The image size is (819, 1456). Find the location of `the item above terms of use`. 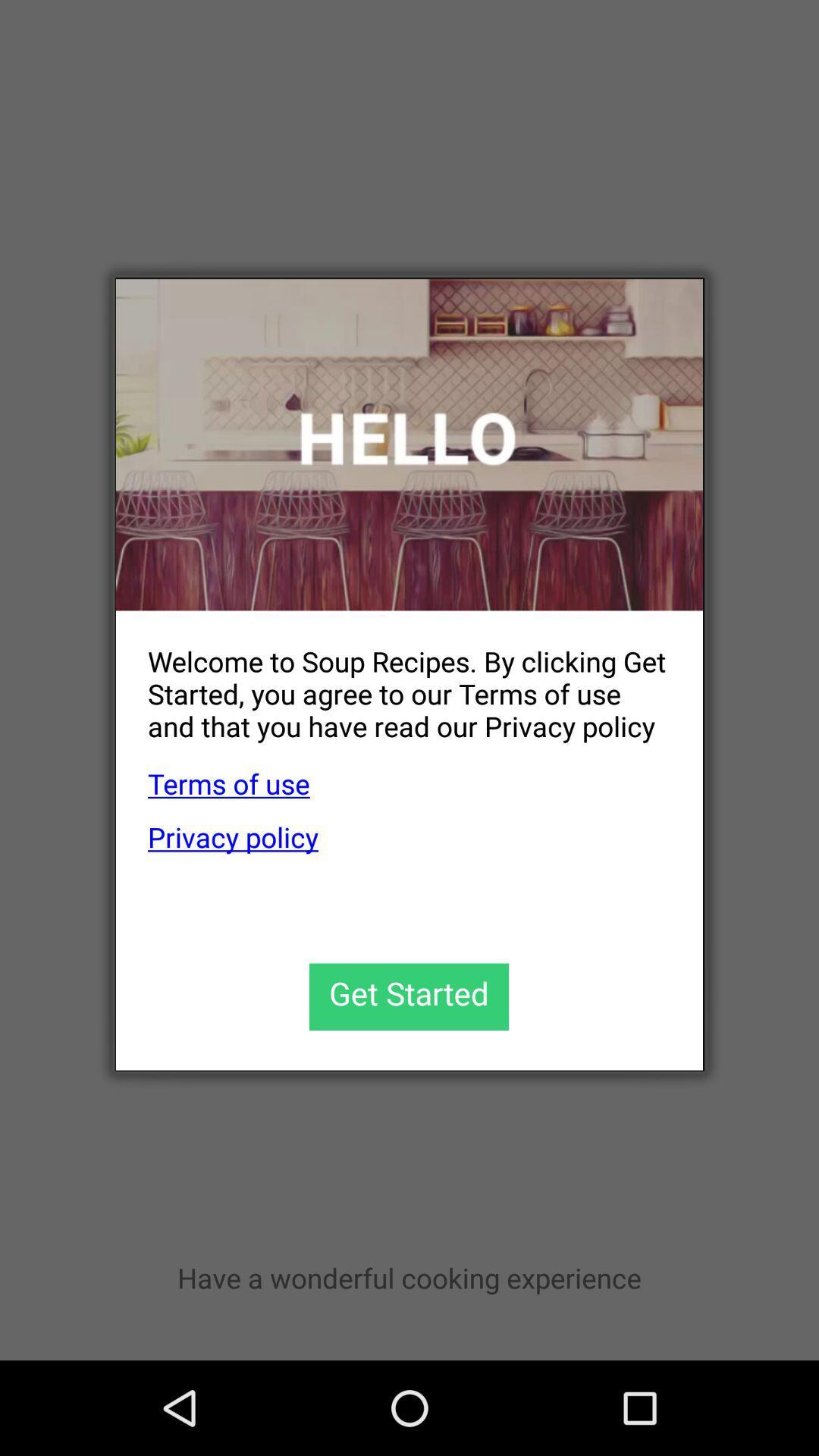

the item above terms of use is located at coordinates (393, 681).